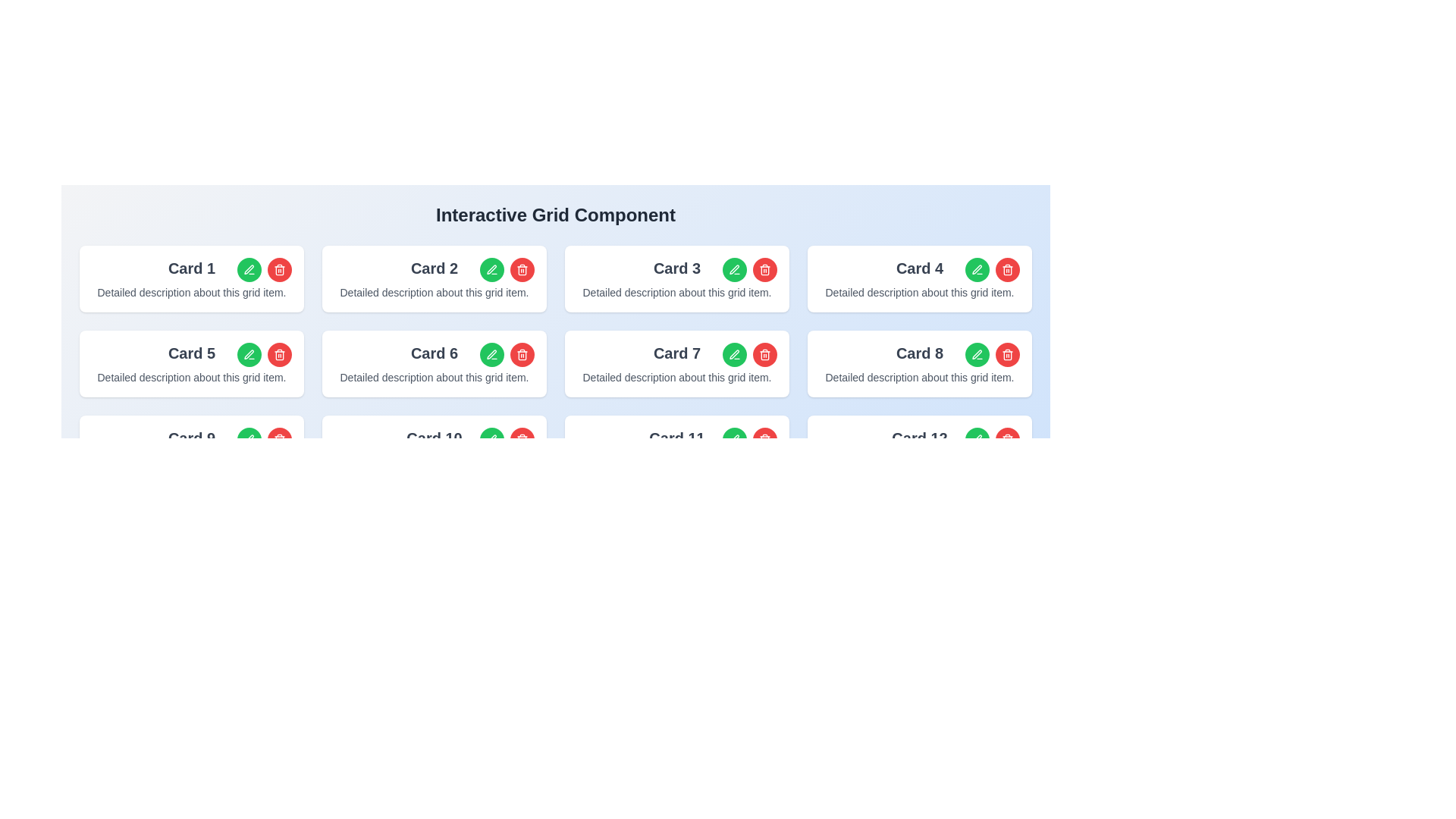  What do you see at coordinates (764, 354) in the screenshot?
I see `the delete icon located in the top-right corner of 'Card 7'` at bounding box center [764, 354].